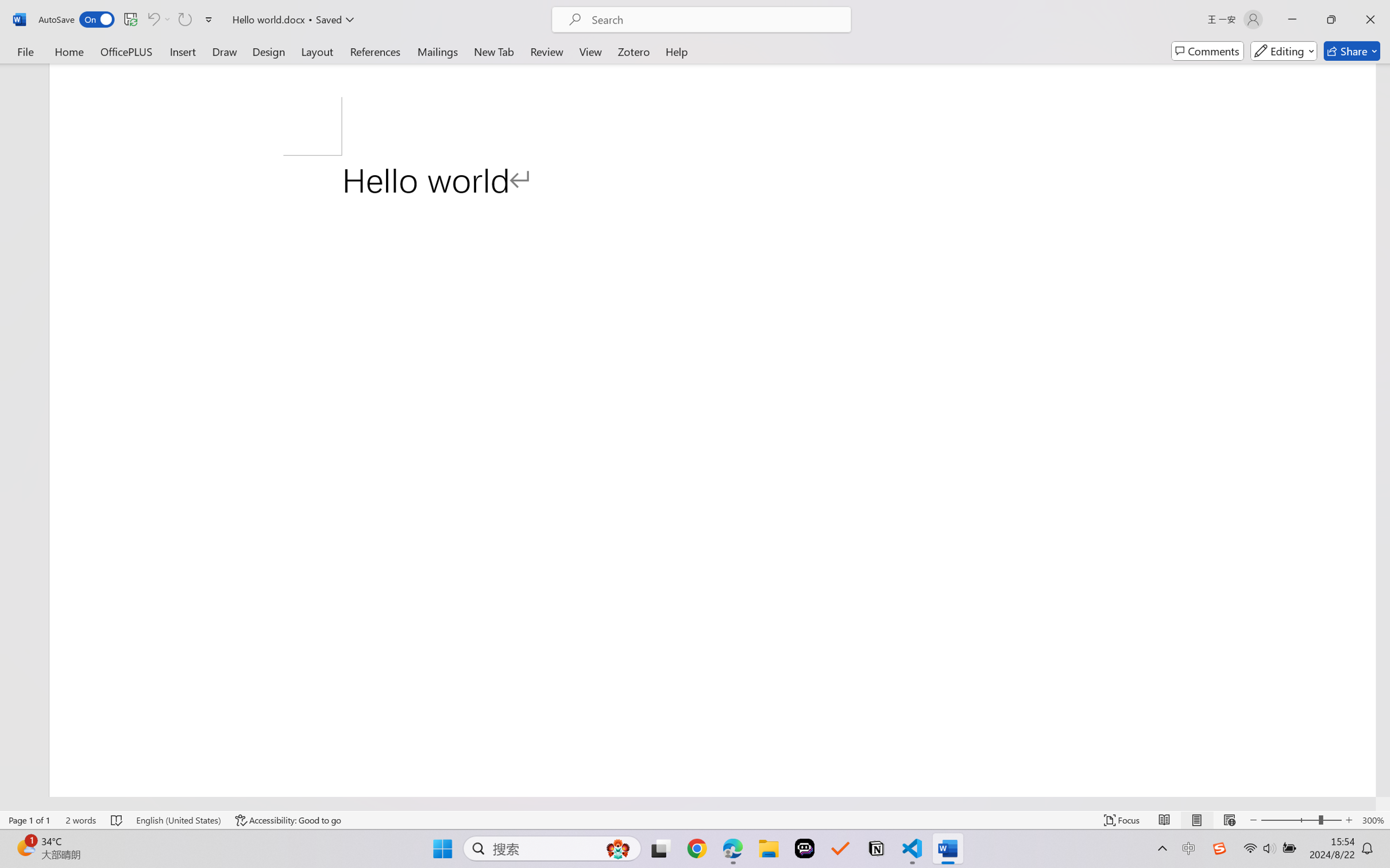  I want to click on 'Mailings', so click(438, 51).